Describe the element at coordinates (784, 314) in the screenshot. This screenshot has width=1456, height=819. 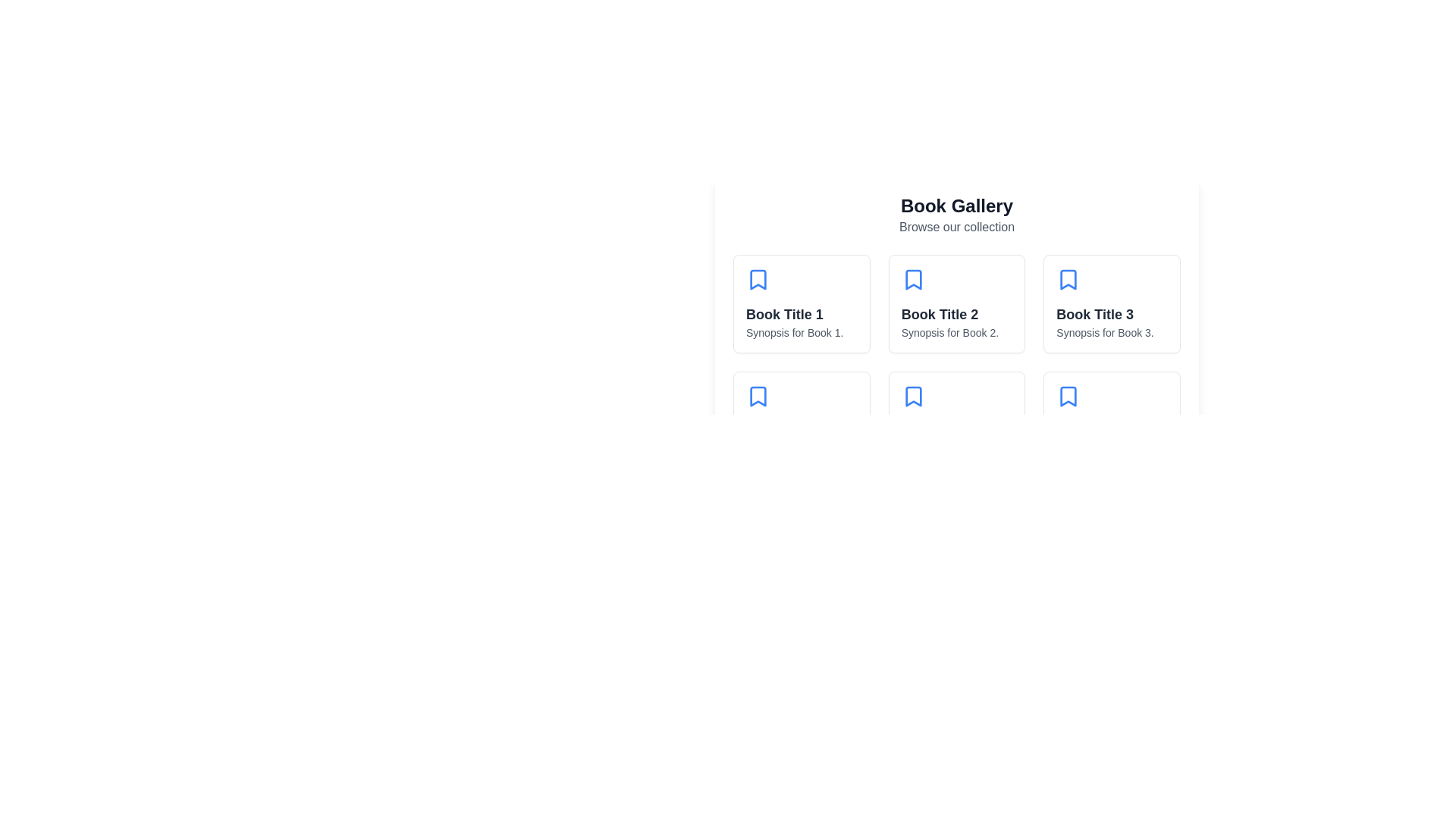
I see `the text label that serves as the title for the book in the first card of the grid layout` at that location.